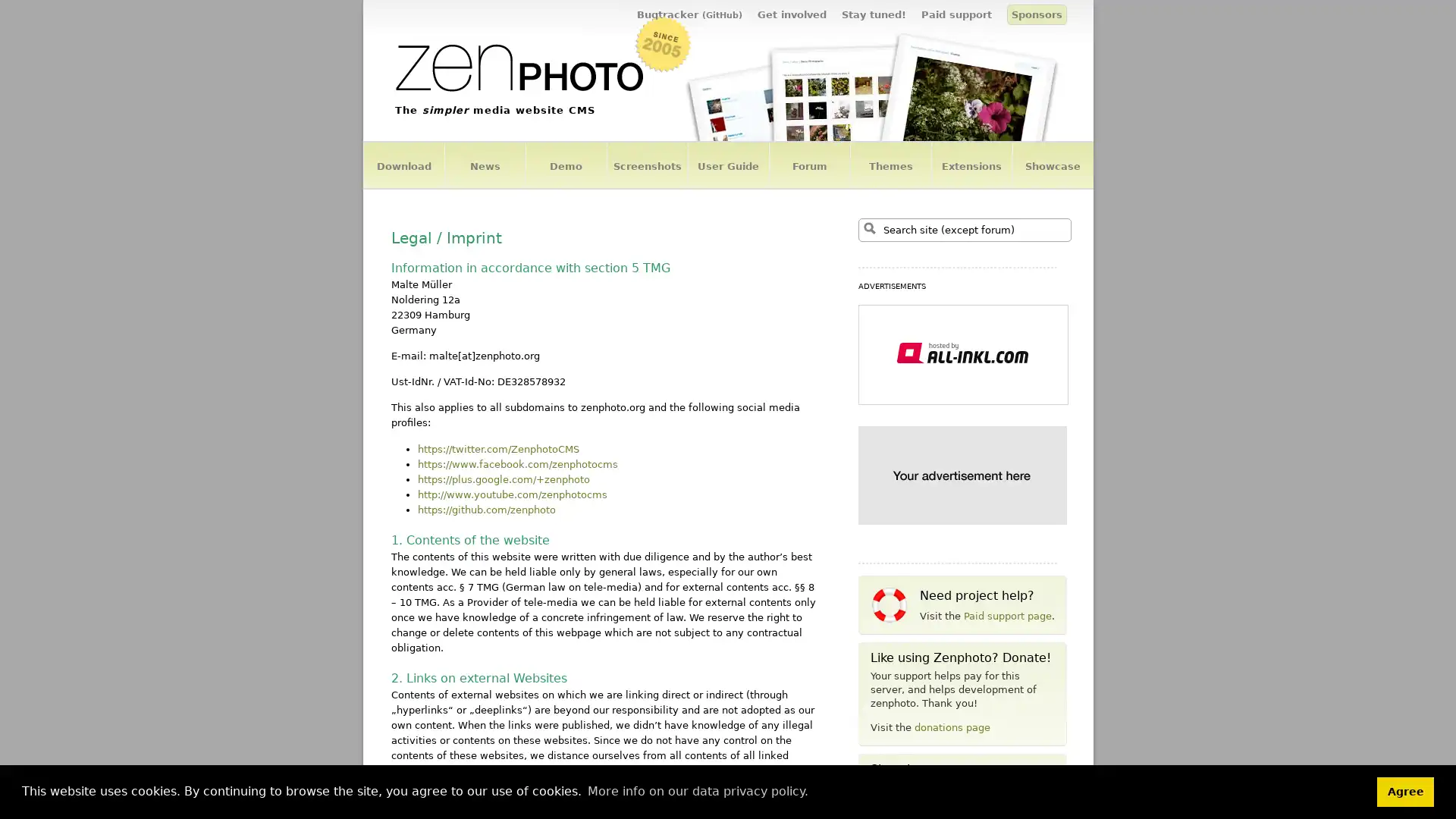 This screenshot has height=819, width=1456. What do you see at coordinates (697, 791) in the screenshot?
I see `learn more about cookies` at bounding box center [697, 791].